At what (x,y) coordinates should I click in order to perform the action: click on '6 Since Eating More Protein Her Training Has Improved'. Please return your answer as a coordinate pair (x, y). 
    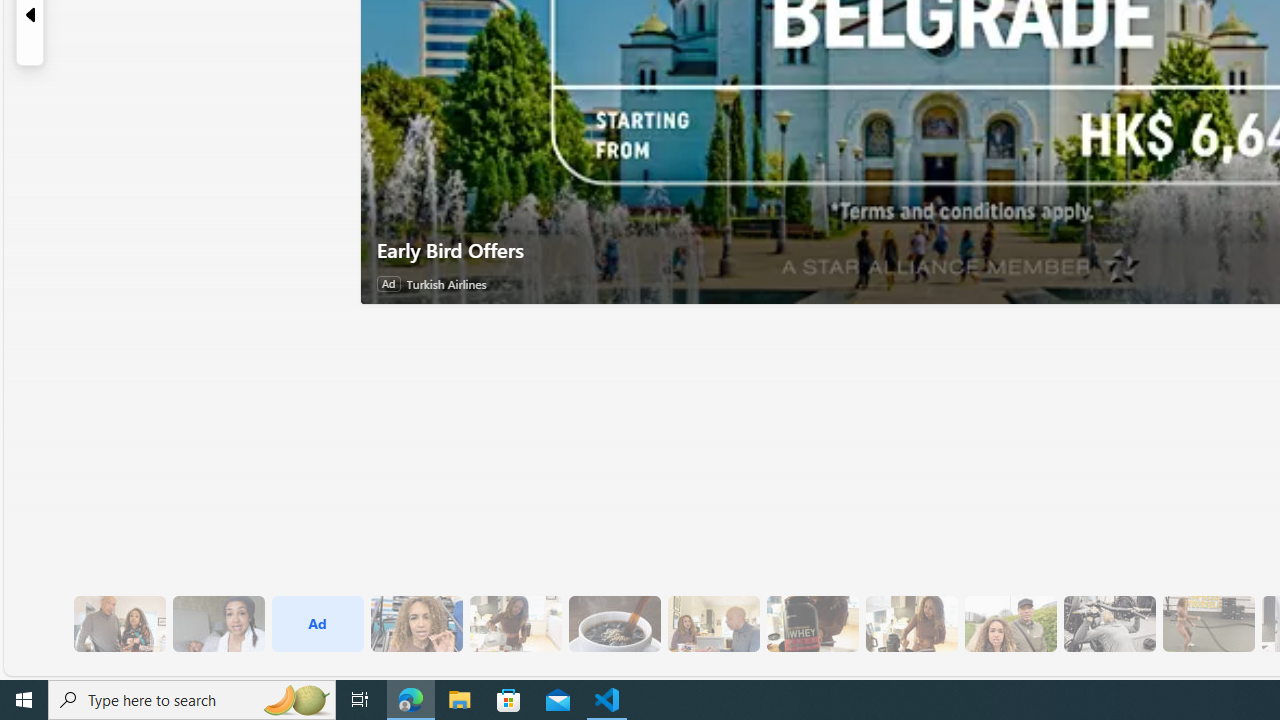
    Looking at the image, I should click on (812, 623).